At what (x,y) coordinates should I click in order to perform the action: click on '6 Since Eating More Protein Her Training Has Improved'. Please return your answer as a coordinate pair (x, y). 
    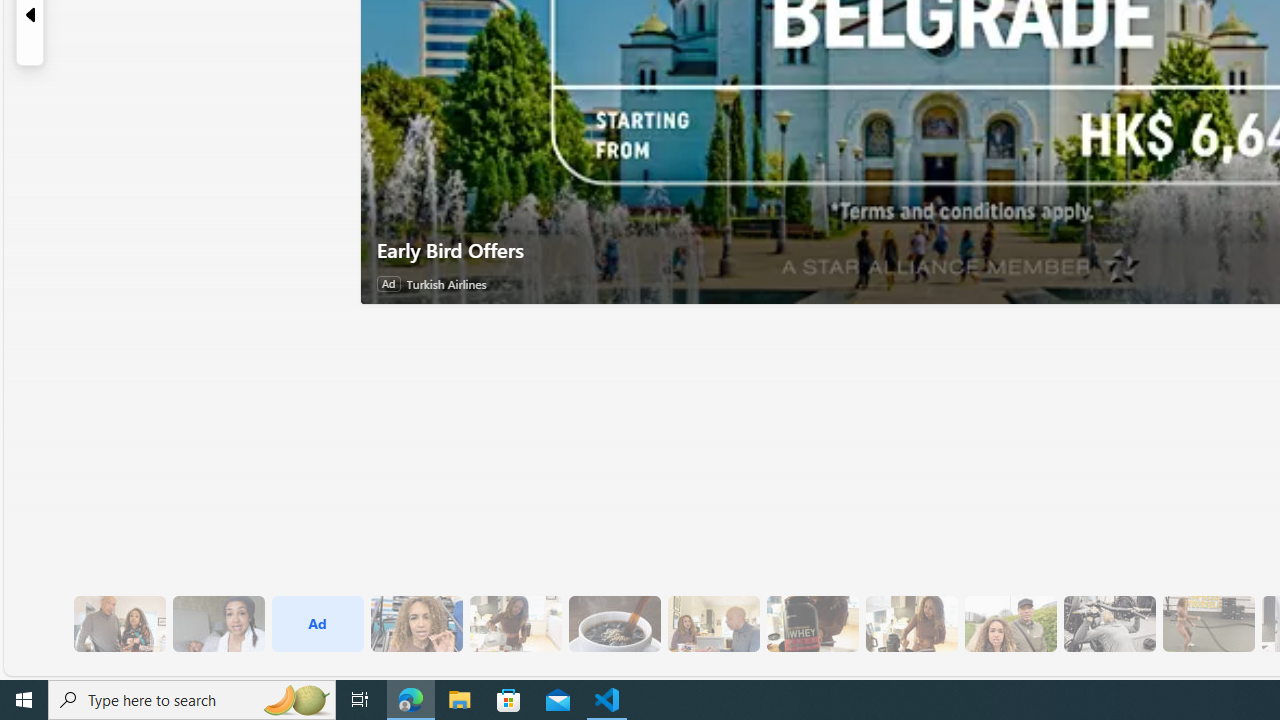
    Looking at the image, I should click on (812, 623).